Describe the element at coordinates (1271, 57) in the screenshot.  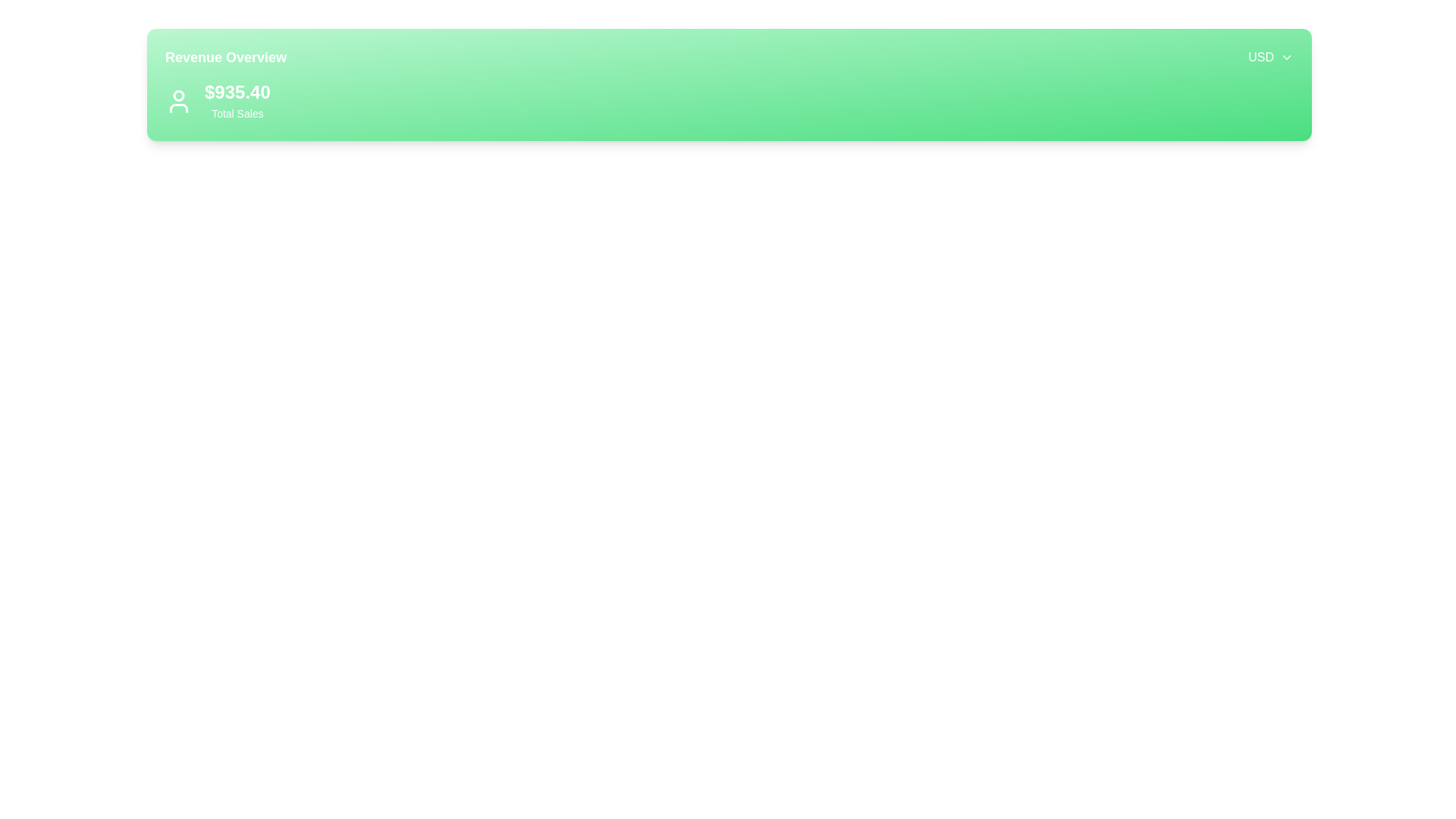
I see `the currency dropdown menu labeled 'USD' located at the top right corner of the interface to change the currency` at that location.